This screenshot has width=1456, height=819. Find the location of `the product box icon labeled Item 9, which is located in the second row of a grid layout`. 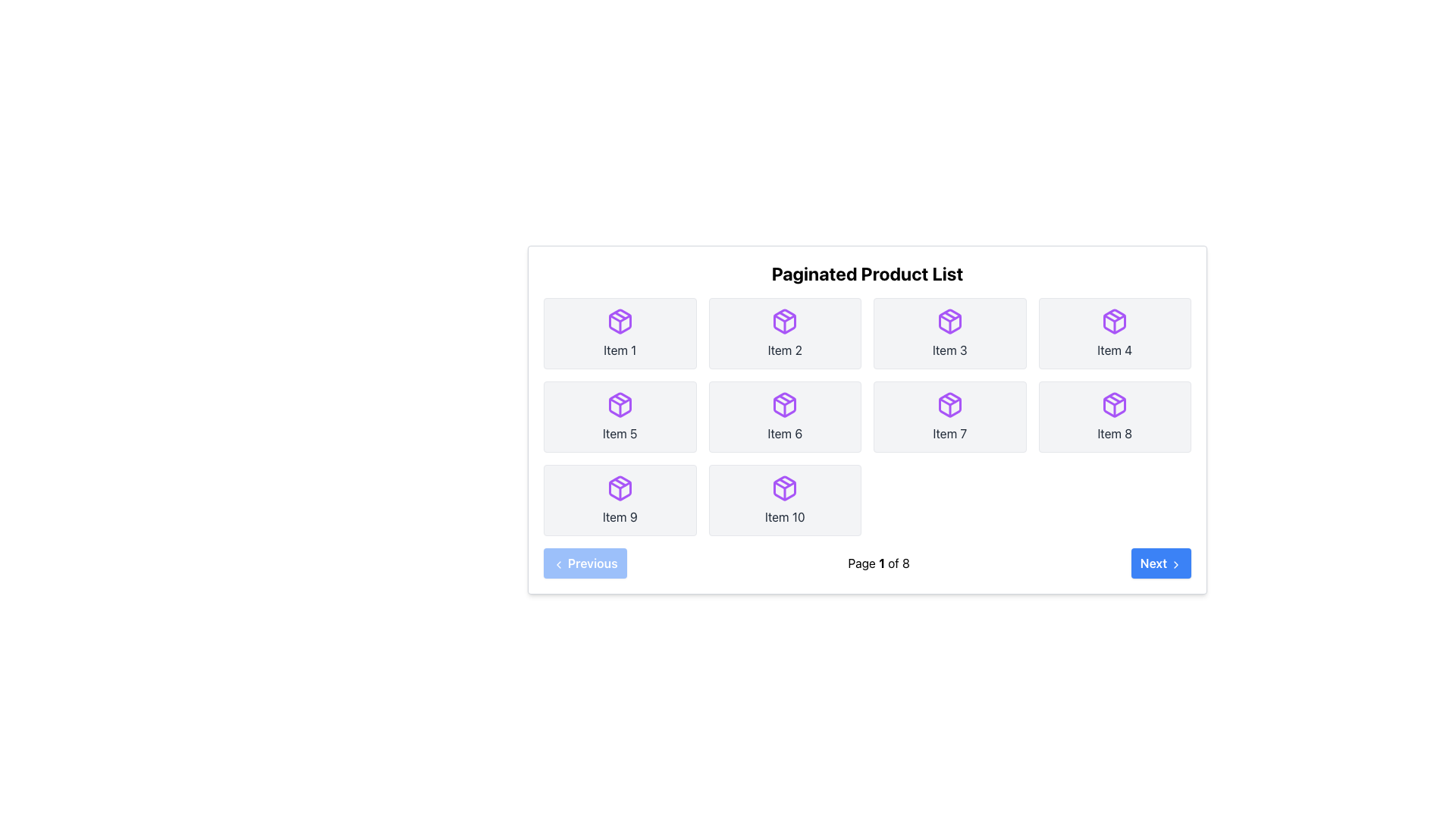

the product box icon labeled Item 9, which is located in the second row of a grid layout is located at coordinates (620, 488).